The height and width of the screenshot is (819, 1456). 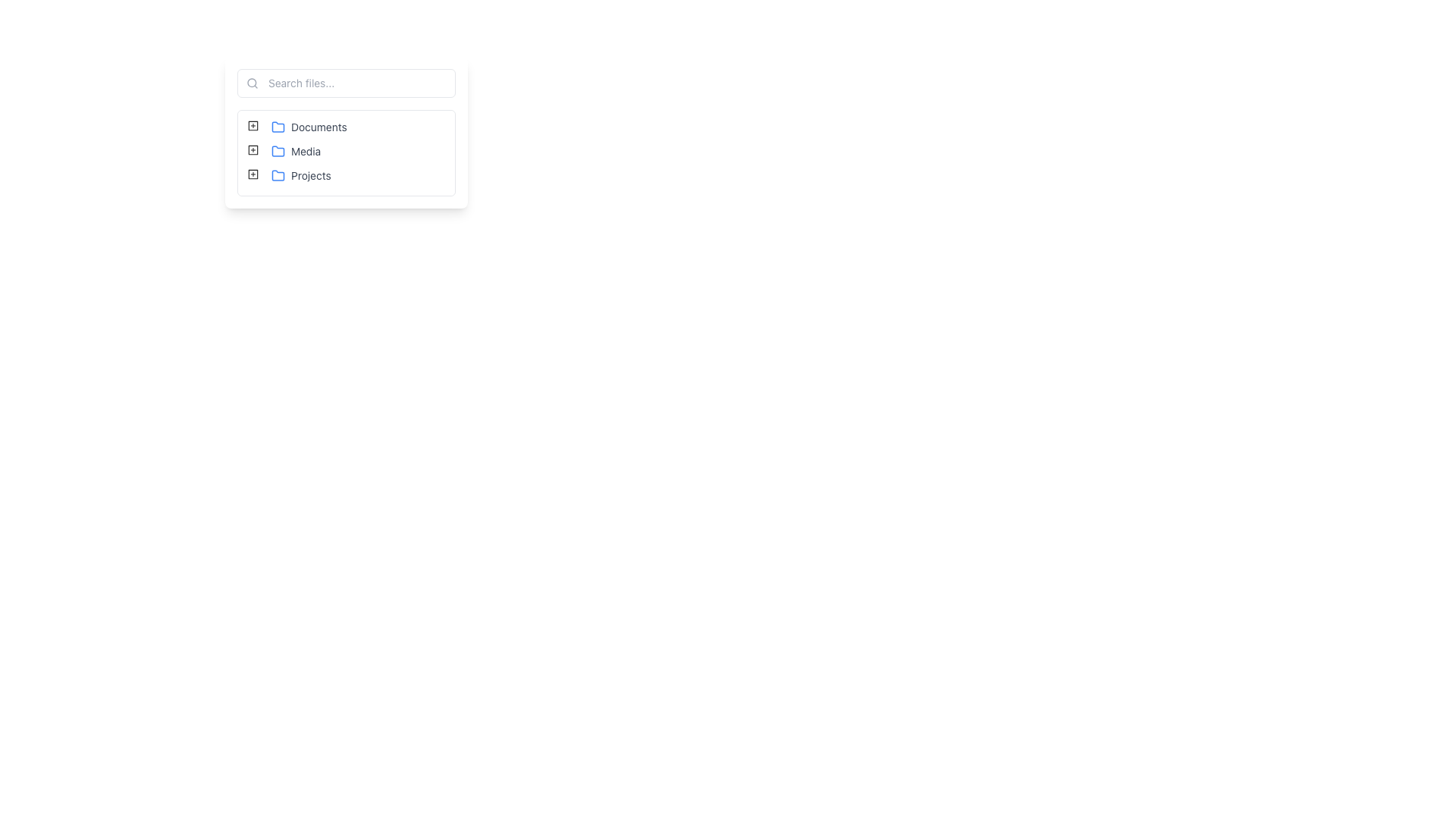 What do you see at coordinates (296, 152) in the screenshot?
I see `on the 'Media' folder item in the tree view structure` at bounding box center [296, 152].